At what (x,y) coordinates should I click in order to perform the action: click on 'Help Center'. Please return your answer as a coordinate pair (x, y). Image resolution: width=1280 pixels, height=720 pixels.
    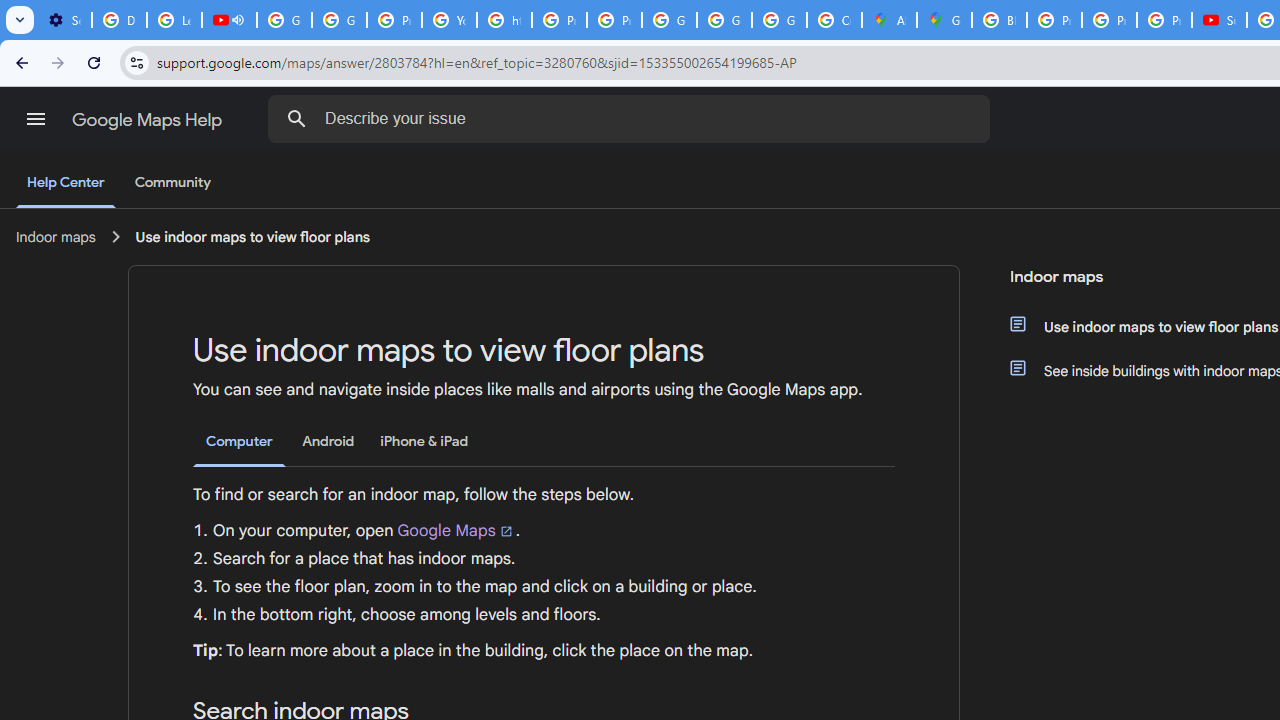
    Looking at the image, I should click on (65, 183).